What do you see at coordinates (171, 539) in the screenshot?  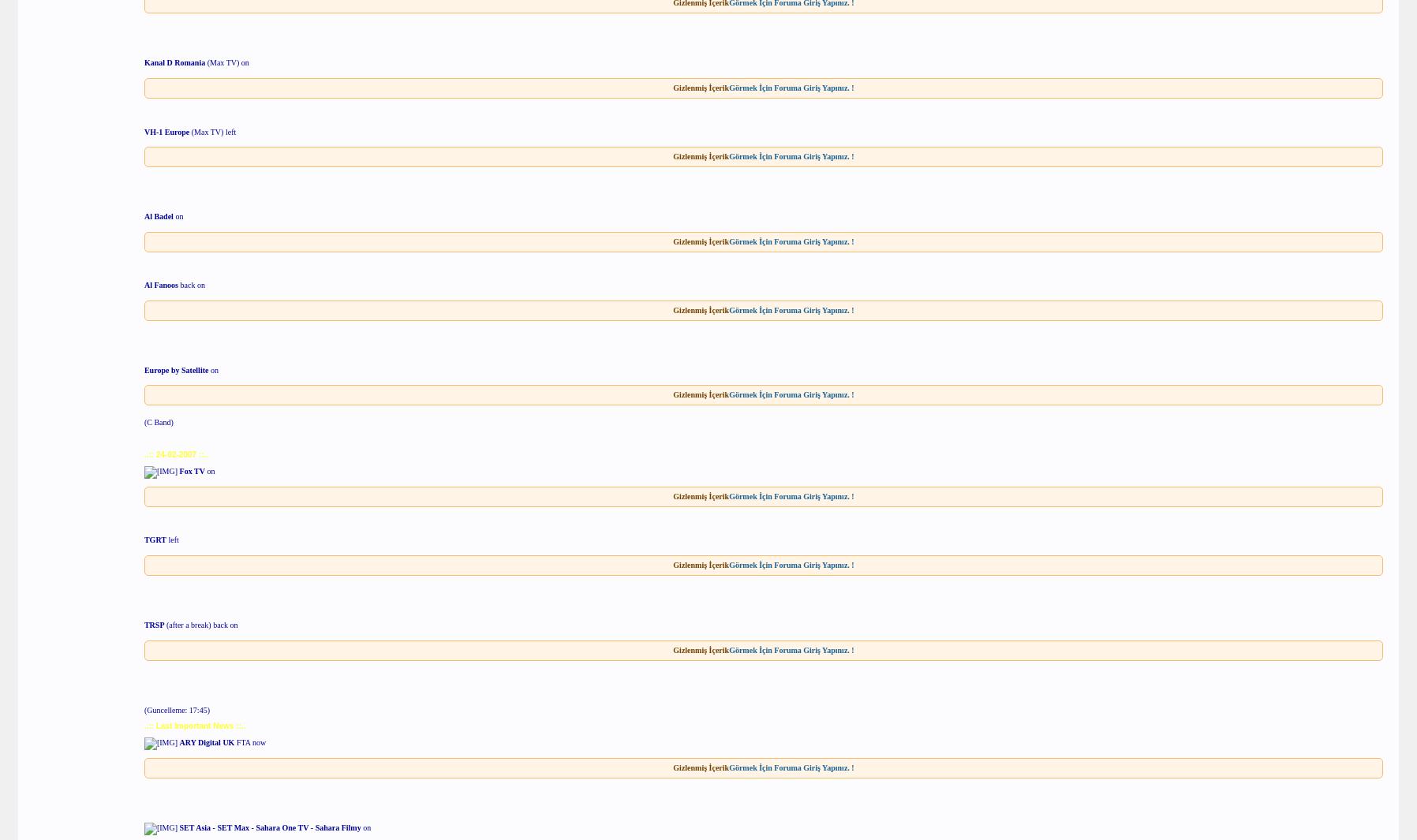 I see `'left'` at bounding box center [171, 539].